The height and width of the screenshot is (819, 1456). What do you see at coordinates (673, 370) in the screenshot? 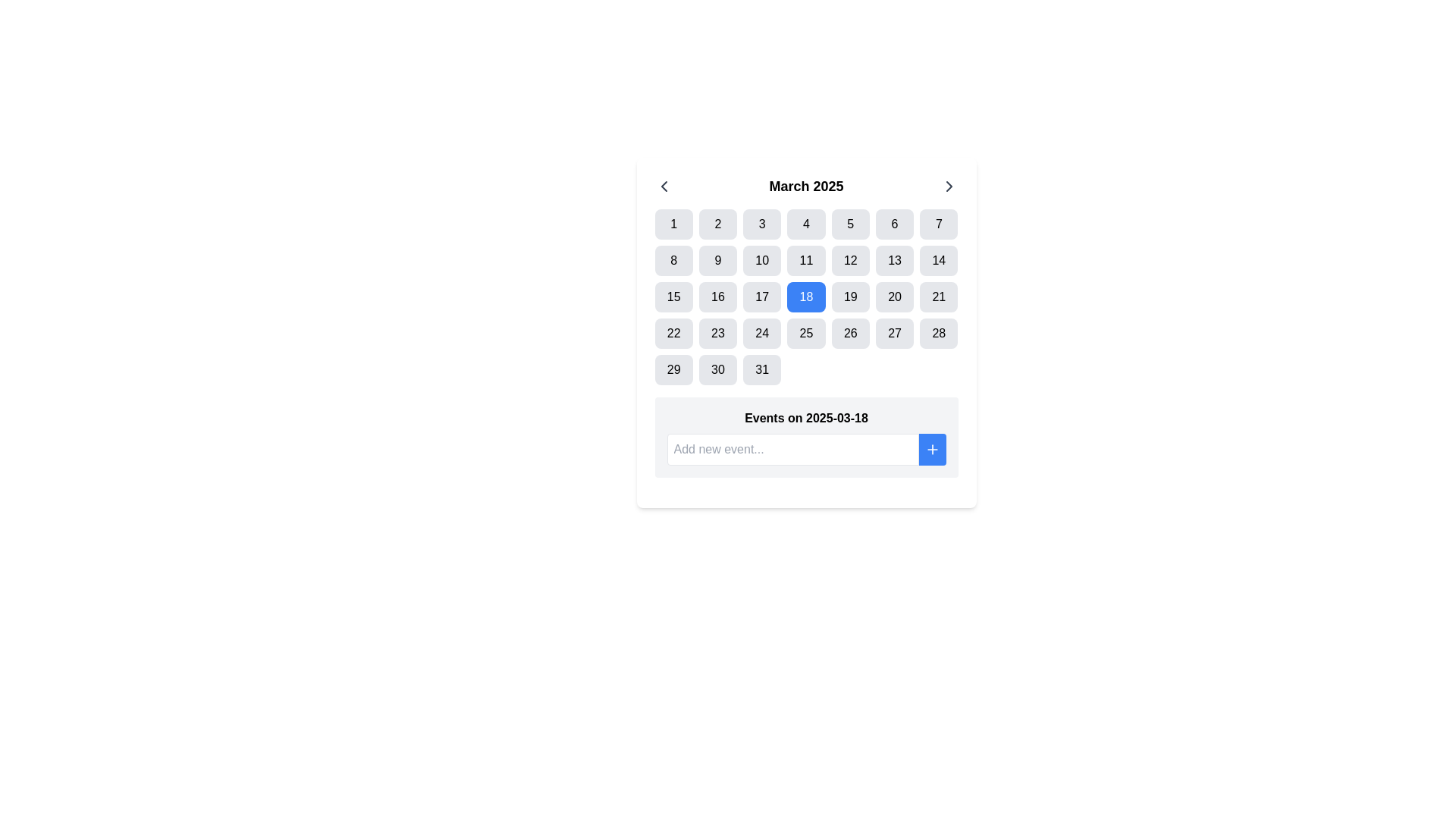
I see `the button representing the 29th day in the calendar view located in the bottom-left corner of the calendar grid` at bounding box center [673, 370].